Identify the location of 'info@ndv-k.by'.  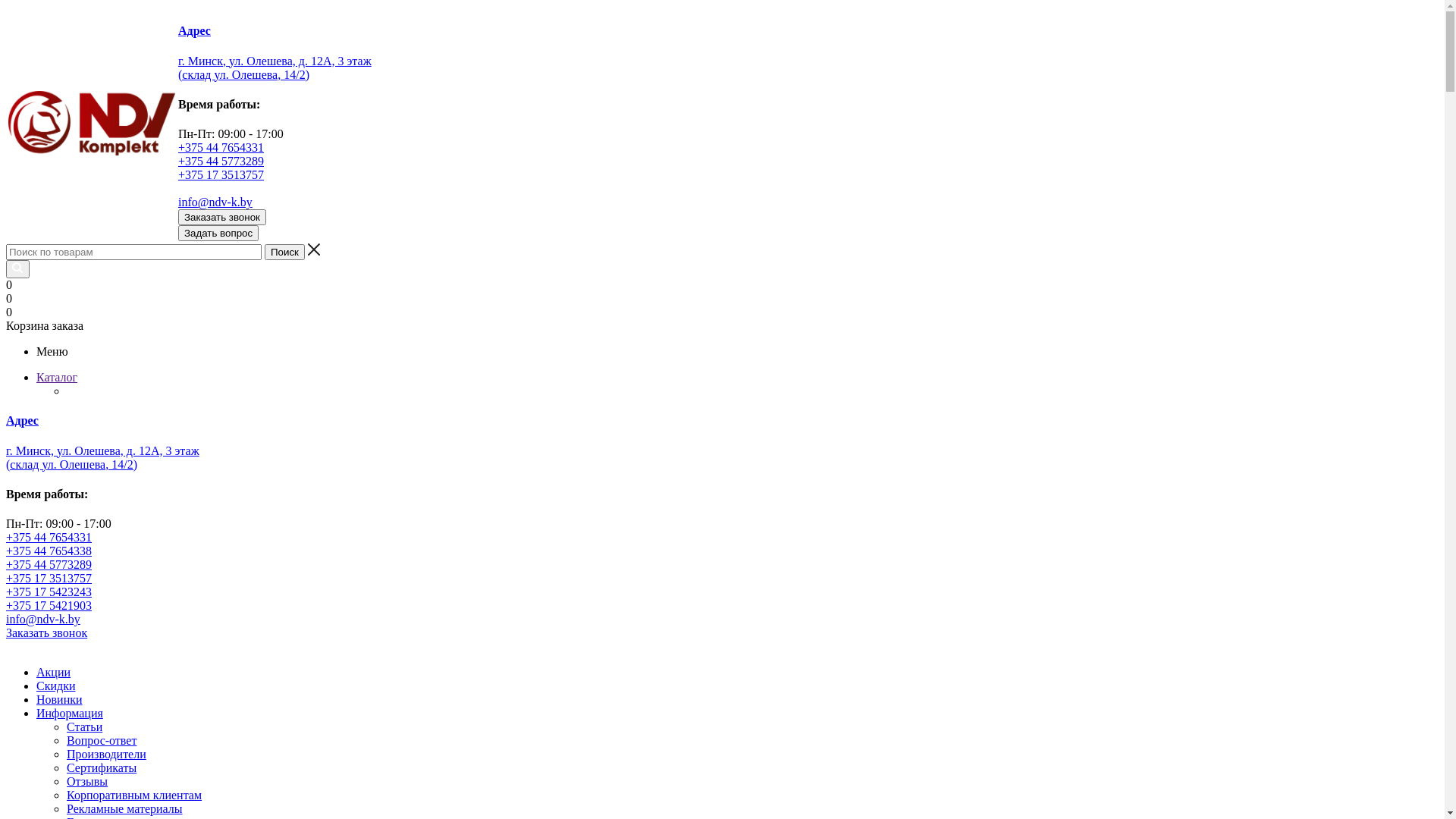
(43, 619).